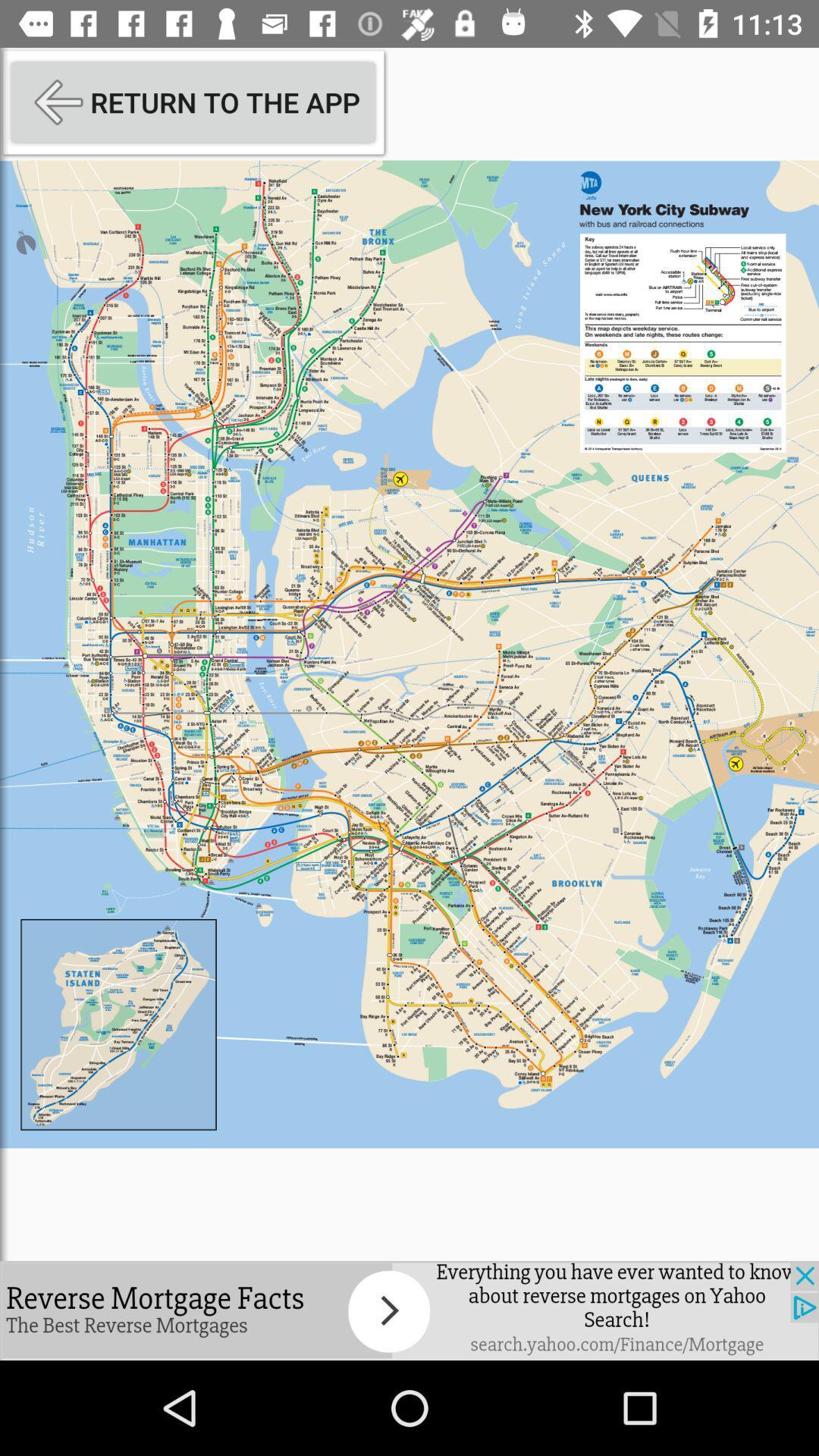 Image resolution: width=819 pixels, height=1456 pixels. I want to click on open advertisement, so click(409, 1310).